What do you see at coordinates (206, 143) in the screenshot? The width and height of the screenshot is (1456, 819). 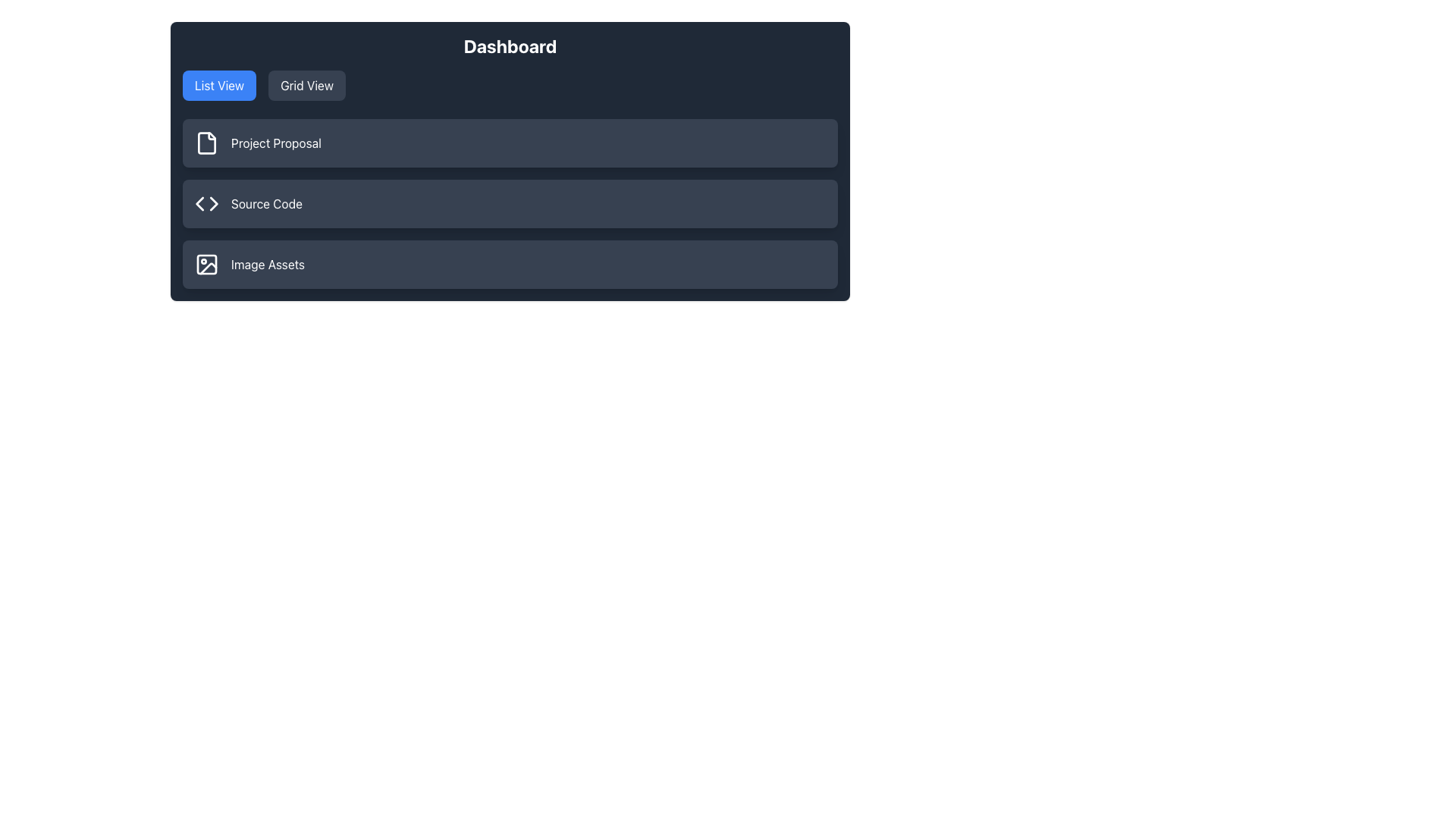 I see `the dark gray icon that resembles a partial outline of a paper document with a folded corner, located to the left of the 'Project Proposal' text` at bounding box center [206, 143].